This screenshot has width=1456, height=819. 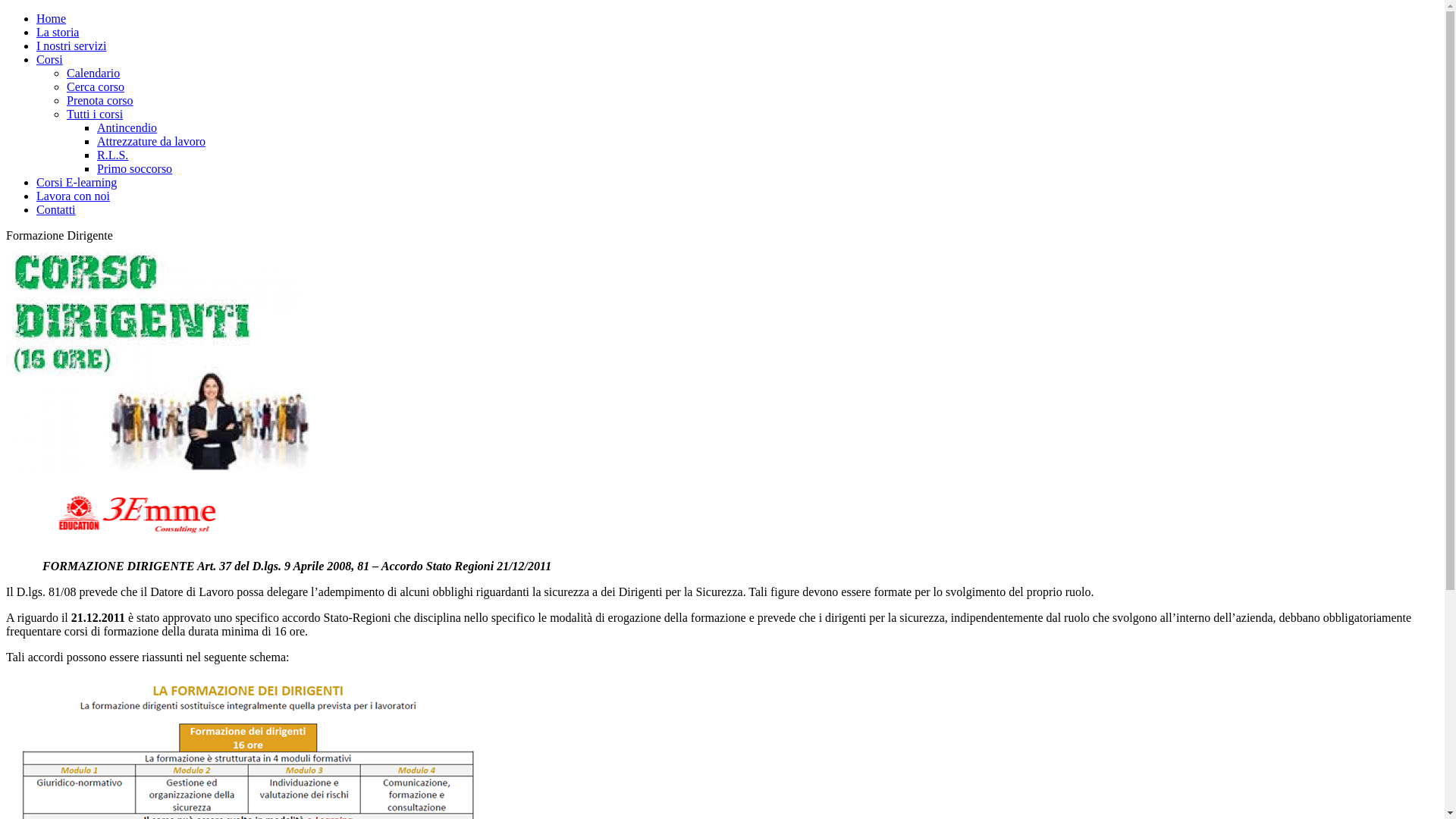 I want to click on 'Corsi', so click(x=49, y=58).